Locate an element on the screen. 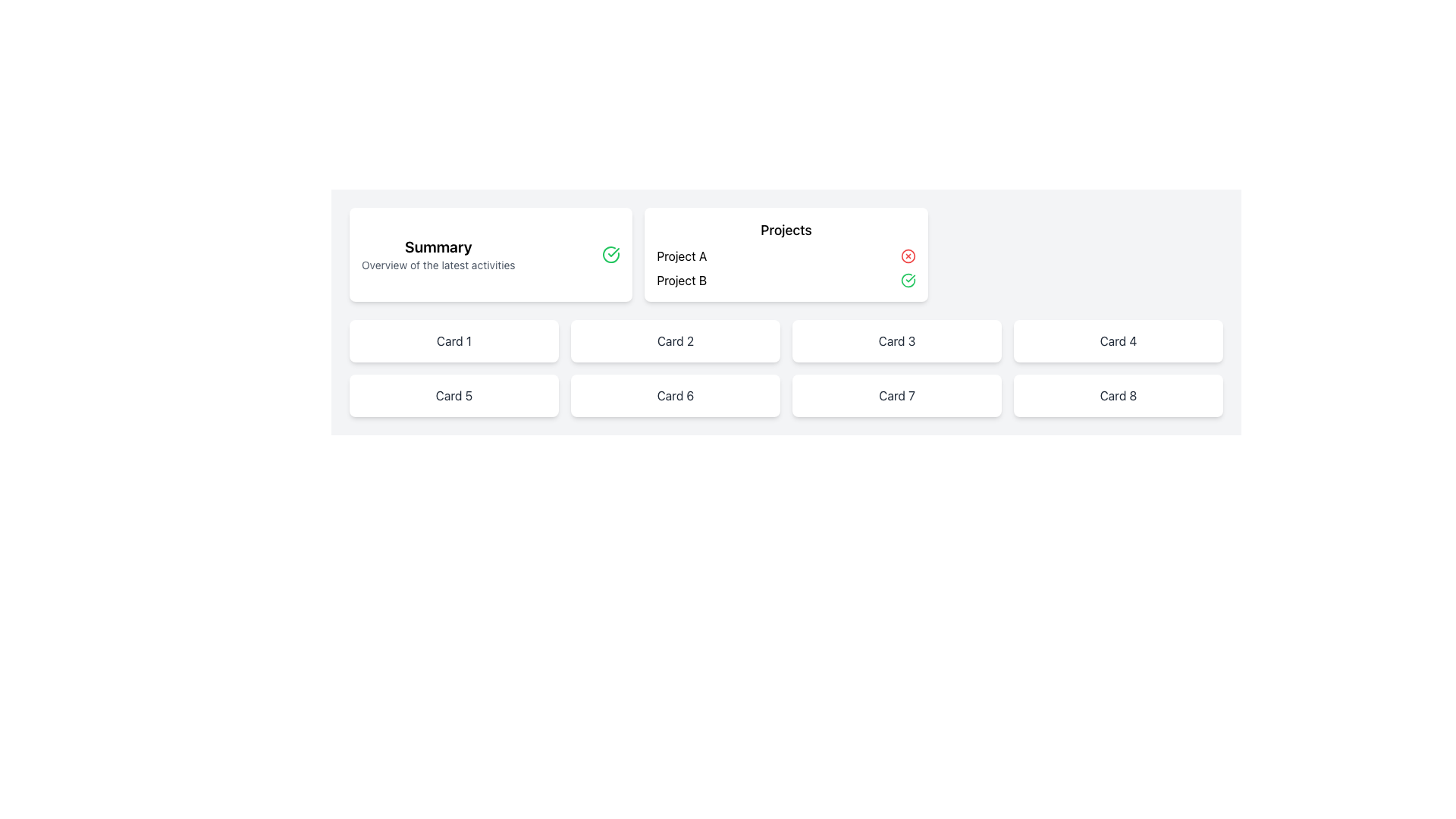  the non-interactive visual card labeled 'Card 3', which is positioned in the top row of a grid layout between 'Card 2' and 'Card 4' is located at coordinates (896, 341).